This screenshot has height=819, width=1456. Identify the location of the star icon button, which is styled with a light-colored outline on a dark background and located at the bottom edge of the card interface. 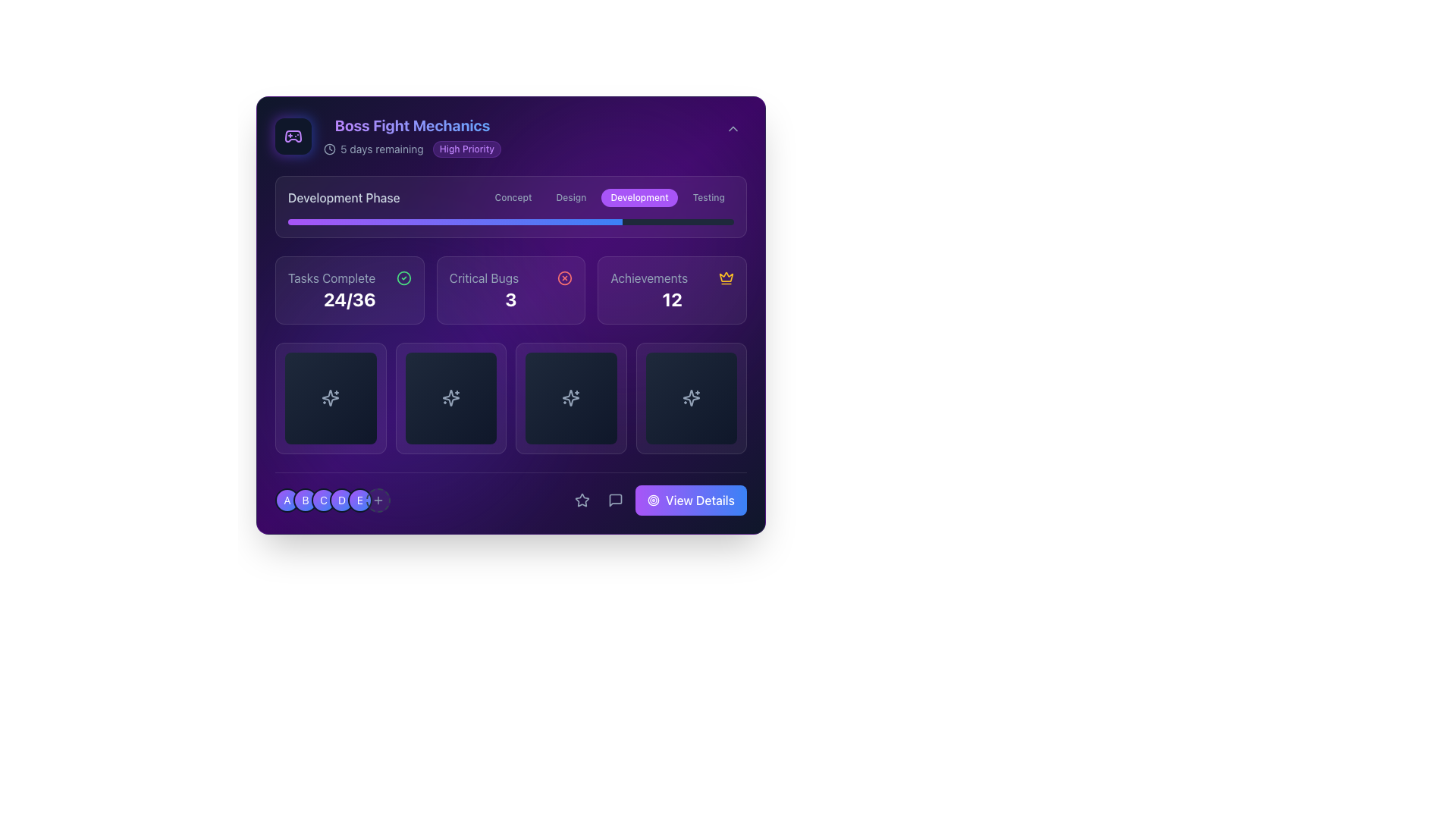
(582, 500).